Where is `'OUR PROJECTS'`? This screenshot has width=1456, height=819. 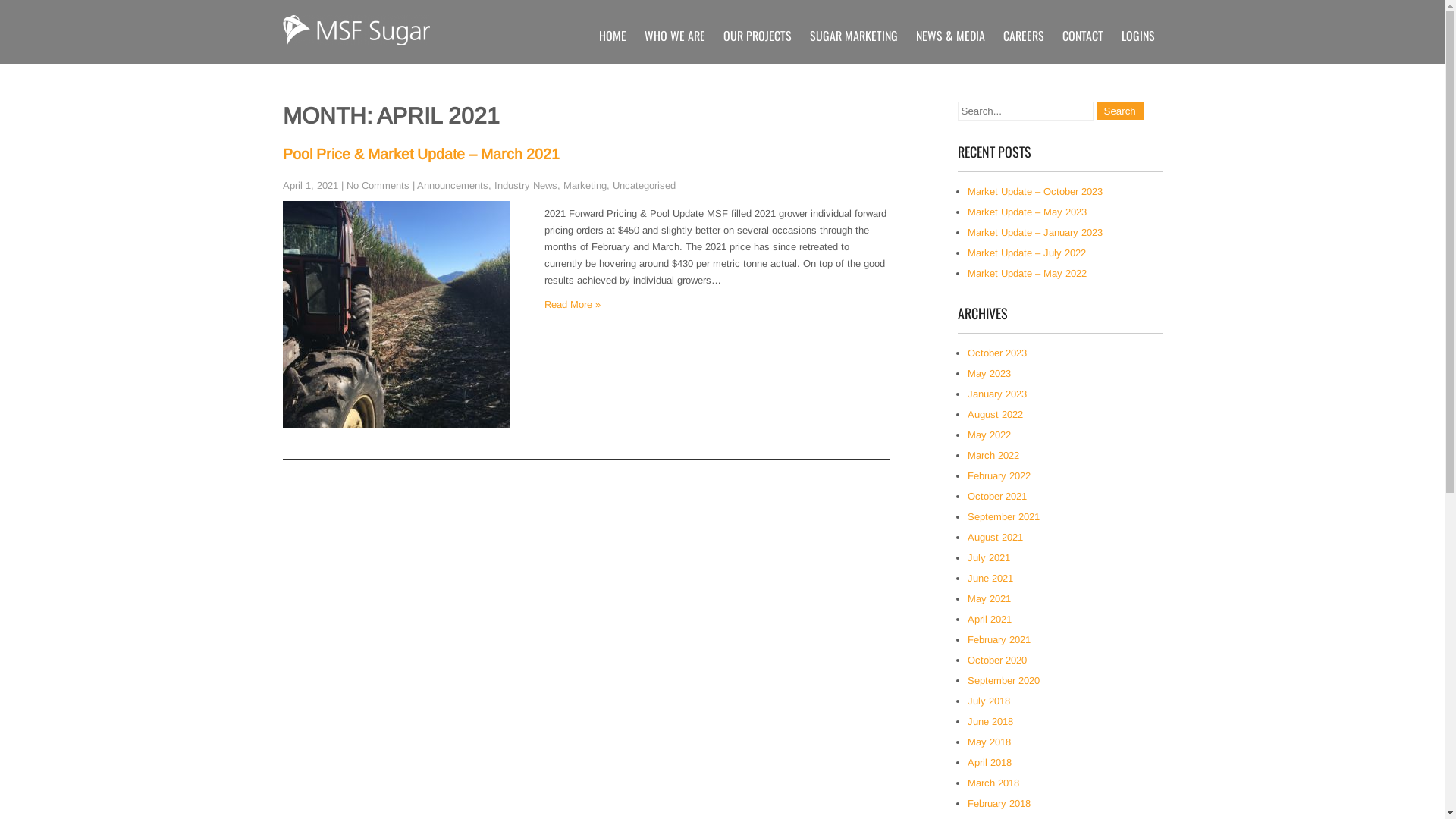 'OUR PROJECTS' is located at coordinates (757, 34).